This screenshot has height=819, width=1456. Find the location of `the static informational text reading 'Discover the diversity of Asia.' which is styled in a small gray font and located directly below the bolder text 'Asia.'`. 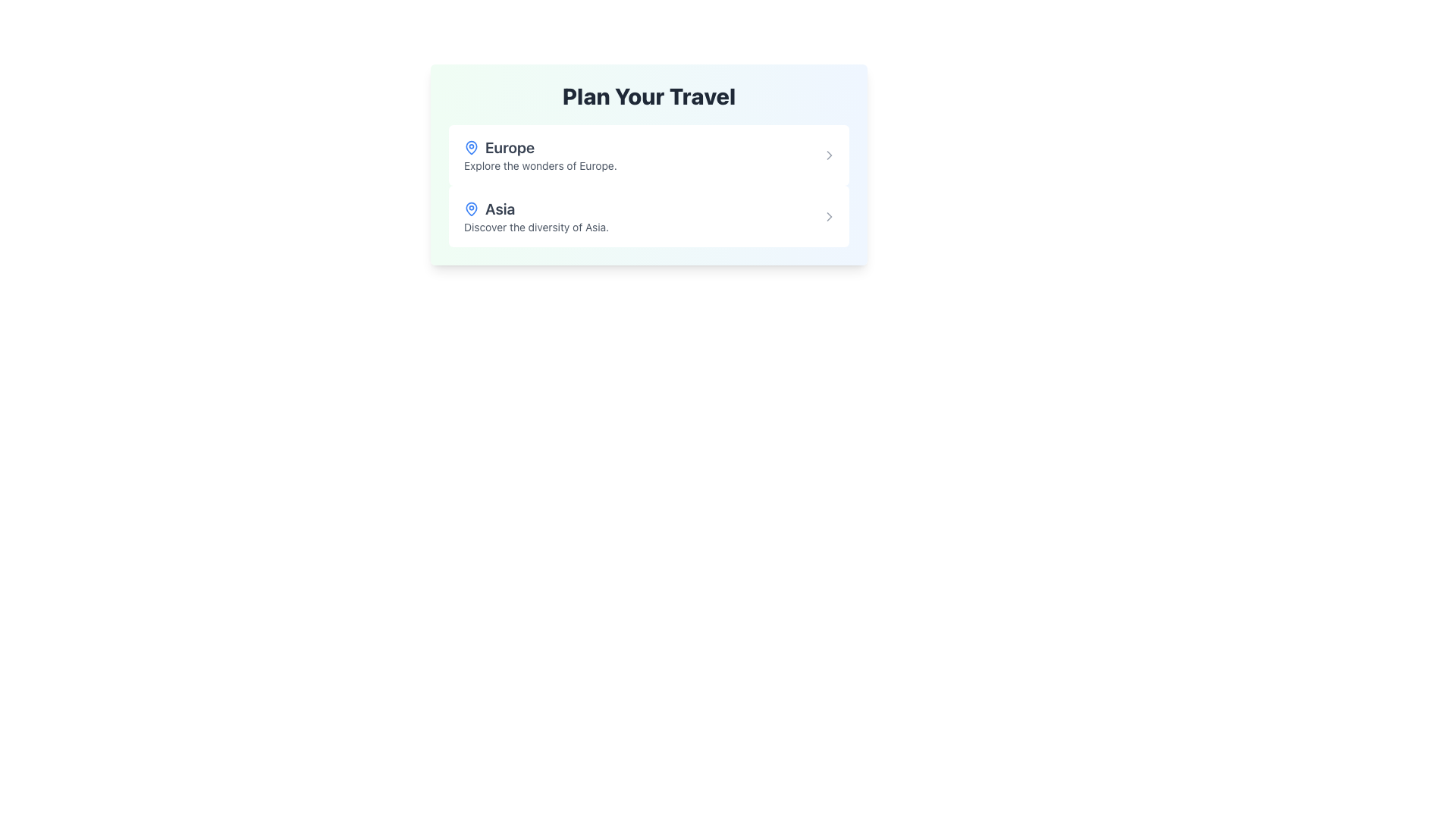

the static informational text reading 'Discover the diversity of Asia.' which is styled in a small gray font and located directly below the bolder text 'Asia.' is located at coordinates (536, 227).